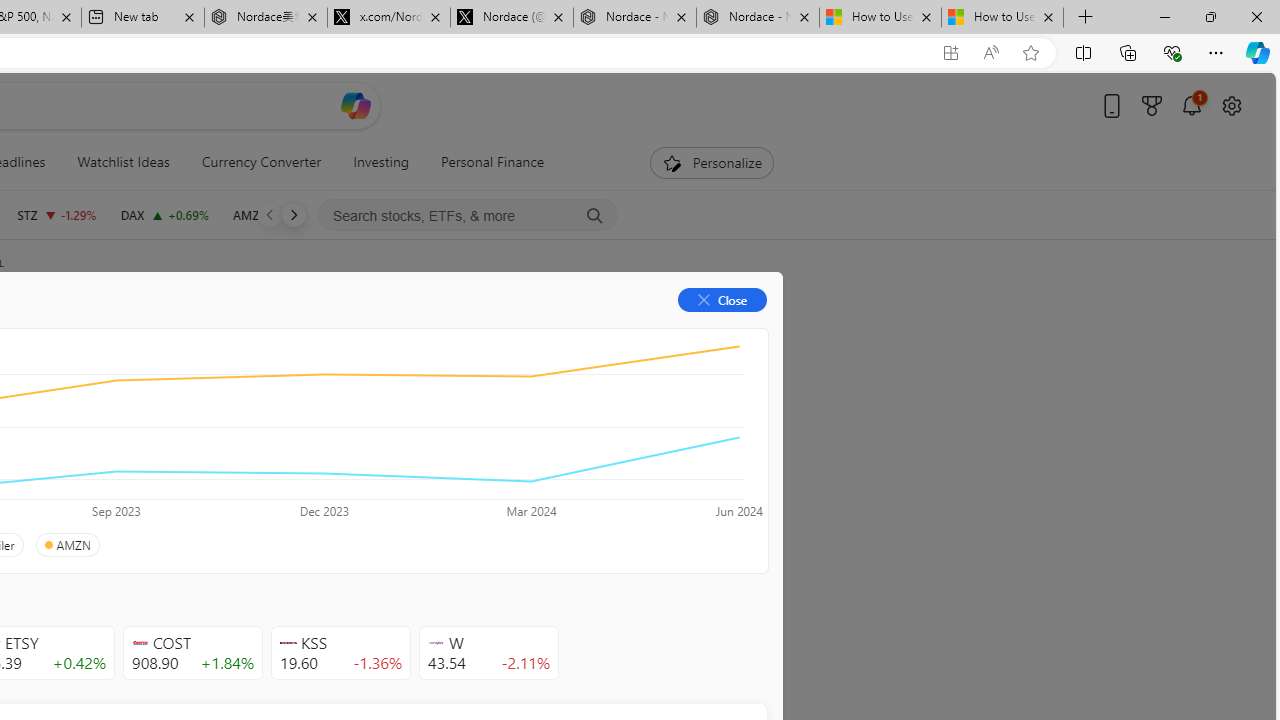  What do you see at coordinates (1192, 105) in the screenshot?
I see `'Notifications'` at bounding box center [1192, 105].